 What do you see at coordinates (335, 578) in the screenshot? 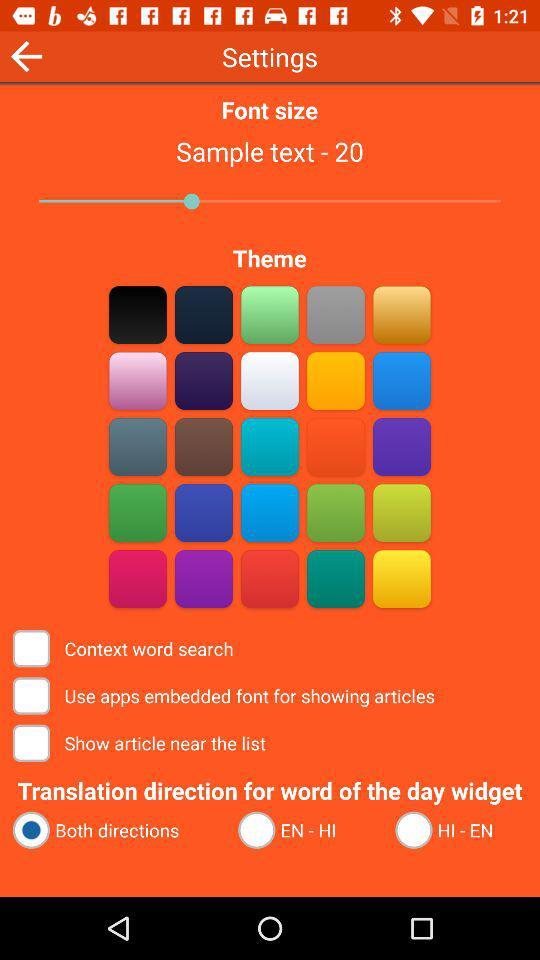
I see `specific color` at bounding box center [335, 578].